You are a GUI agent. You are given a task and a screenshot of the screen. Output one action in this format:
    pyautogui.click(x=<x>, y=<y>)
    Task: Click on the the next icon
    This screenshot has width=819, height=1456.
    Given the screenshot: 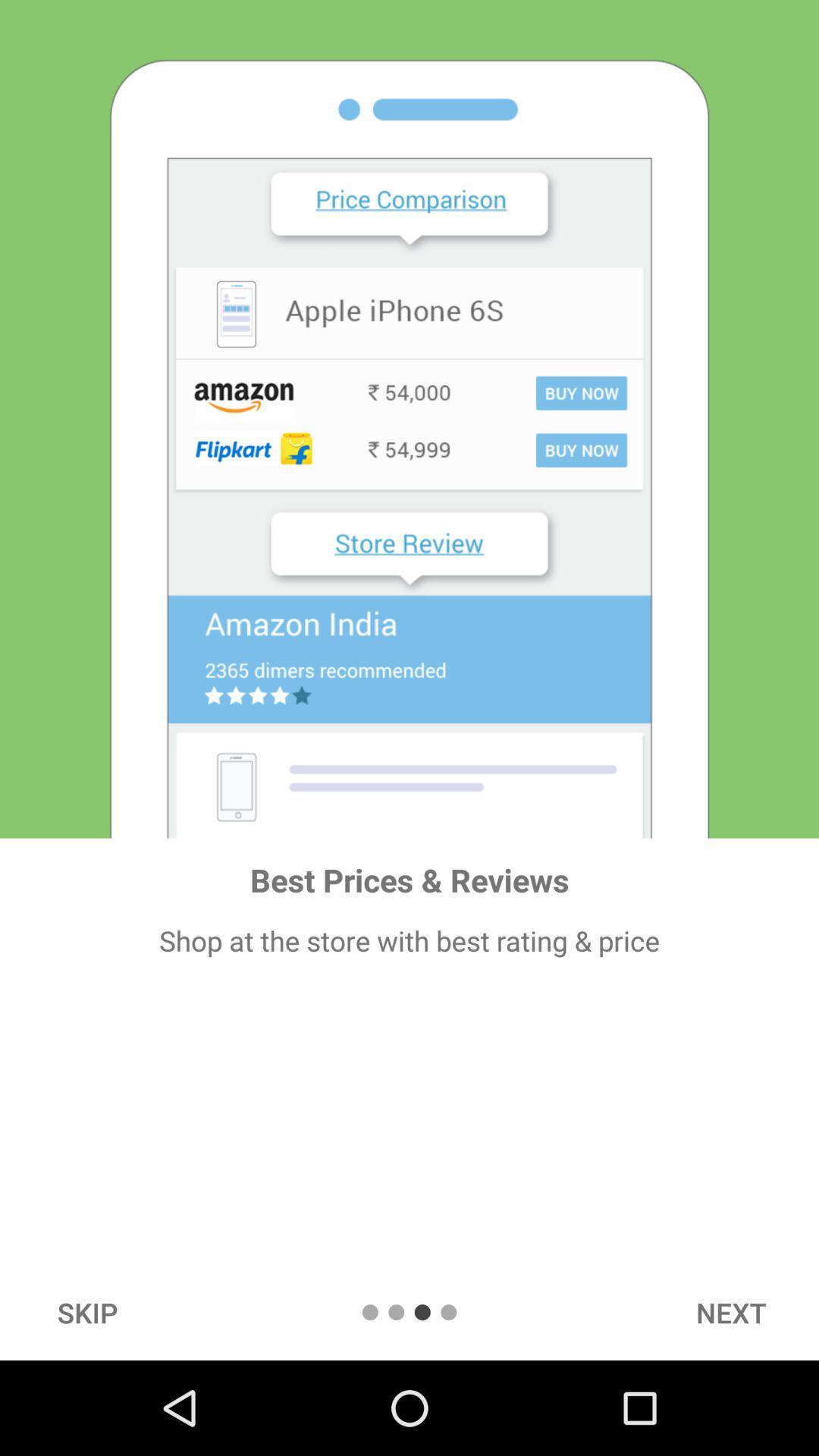 What is the action you would take?
    pyautogui.click(x=730, y=1312)
    